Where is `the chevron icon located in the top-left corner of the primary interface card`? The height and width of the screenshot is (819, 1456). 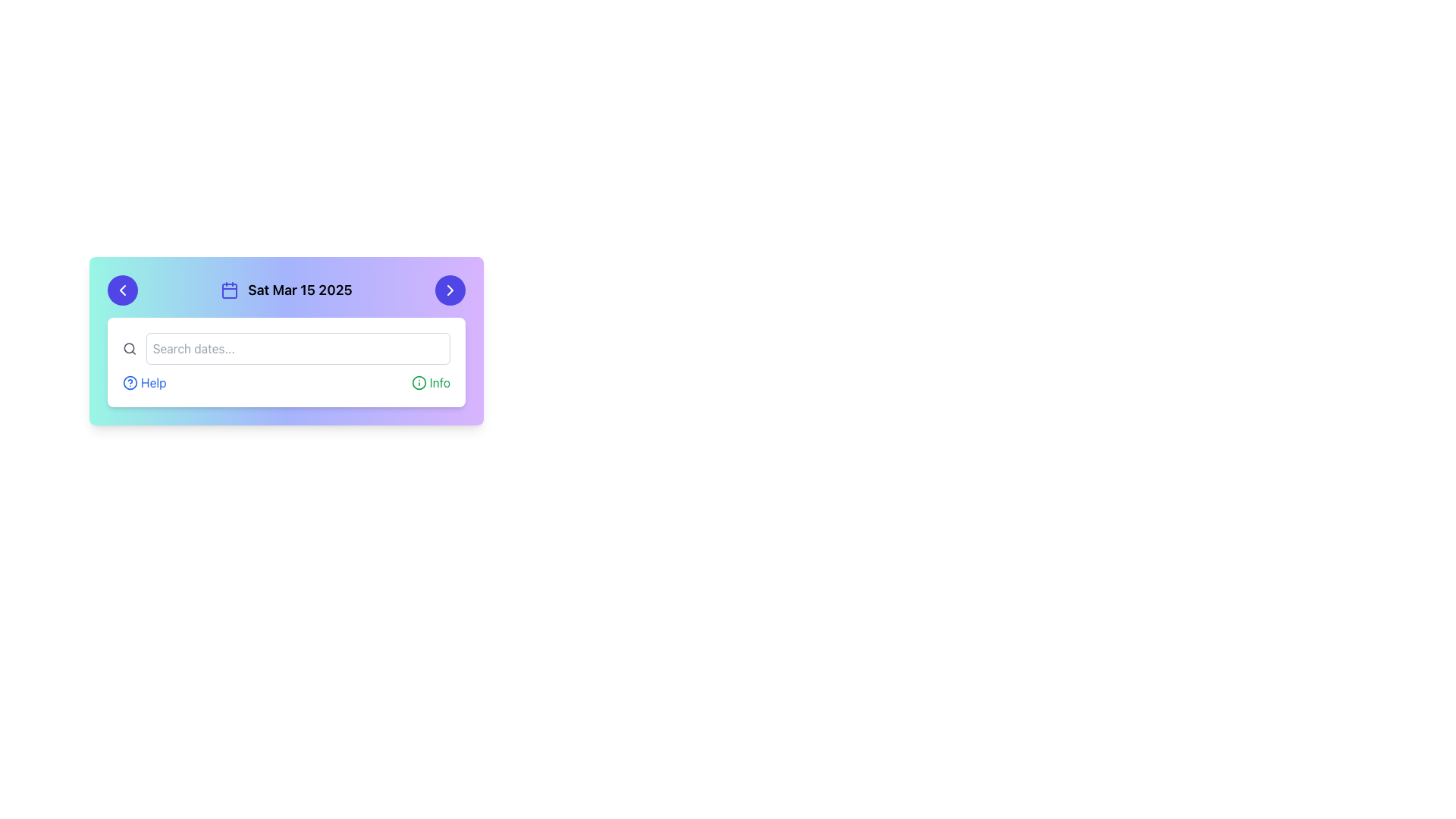
the chevron icon located in the top-left corner of the primary interface card is located at coordinates (123, 290).